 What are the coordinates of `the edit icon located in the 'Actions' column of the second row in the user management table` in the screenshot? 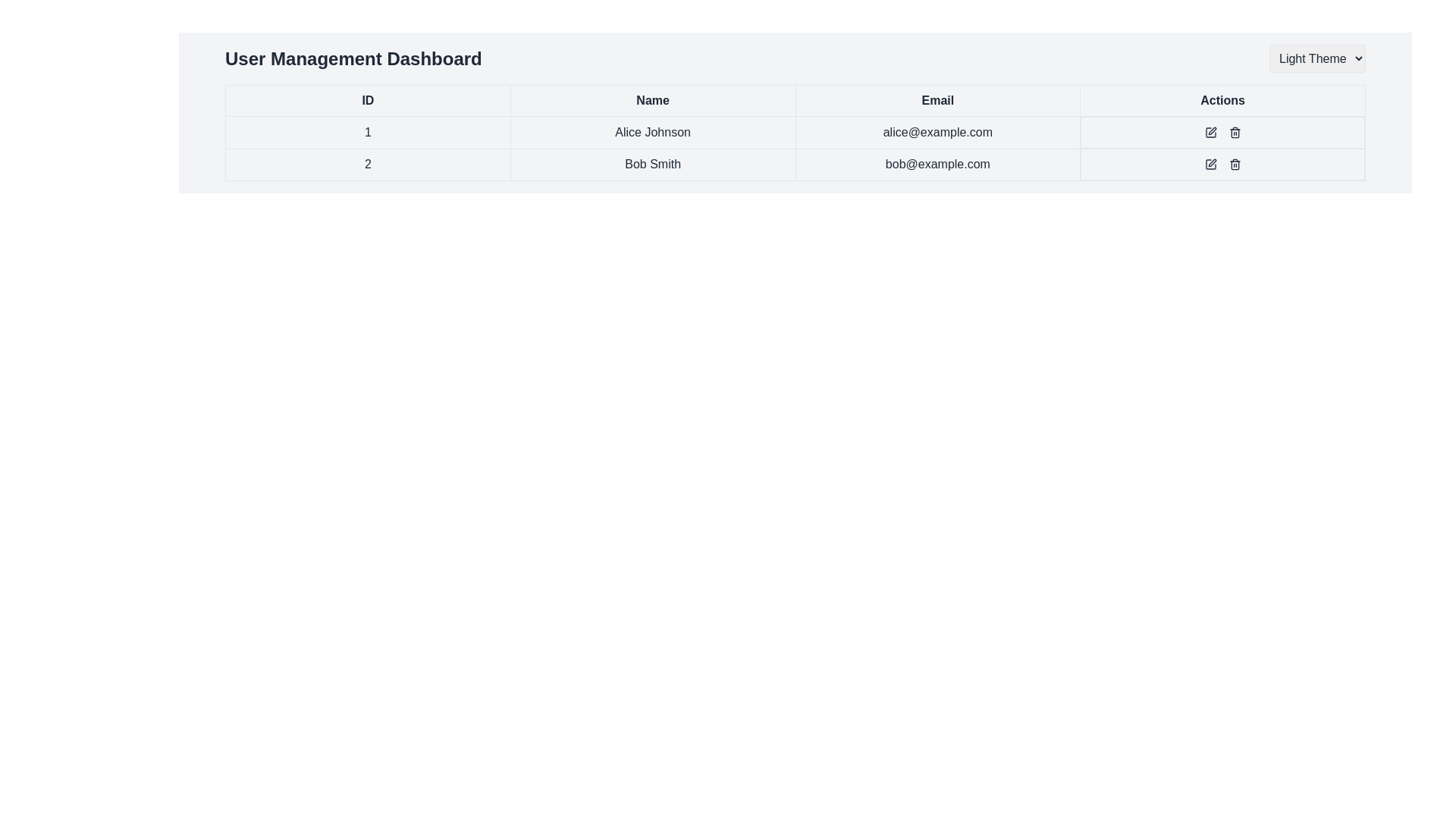 It's located at (1222, 164).